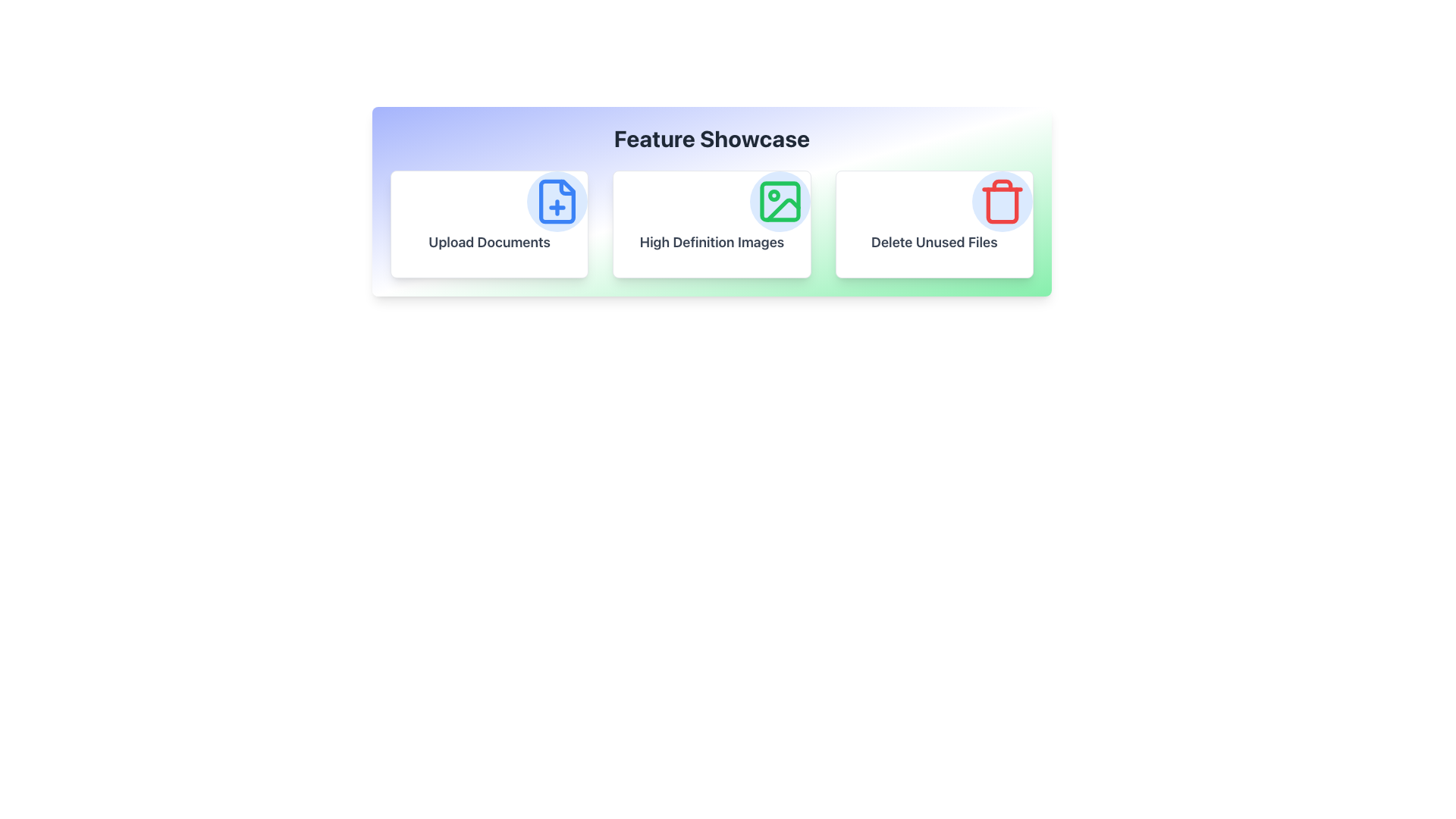 The height and width of the screenshot is (819, 1456). Describe the element at coordinates (934, 242) in the screenshot. I see `the text label that describes the feature for deleting unused files, located centrally beneath the trash can icon in the rightmost card of the feature cards` at that location.